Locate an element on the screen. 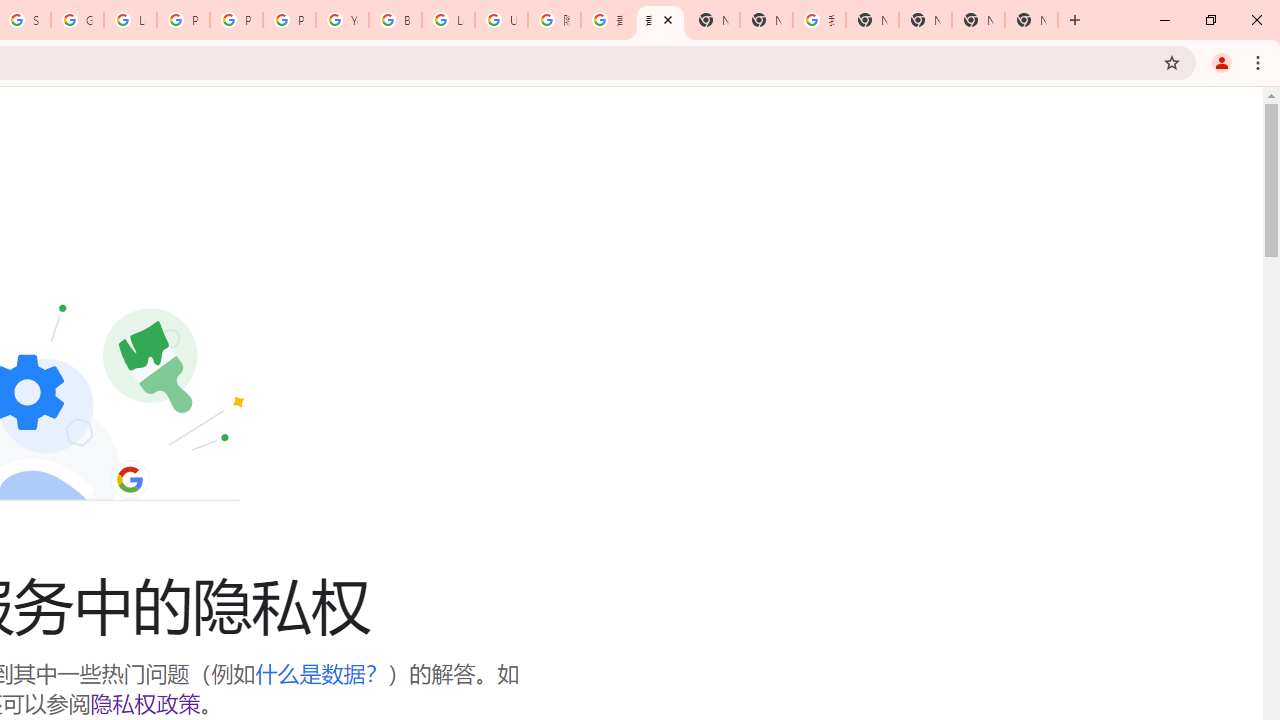  'Privacy Help Center - Policies Help' is located at coordinates (183, 20).